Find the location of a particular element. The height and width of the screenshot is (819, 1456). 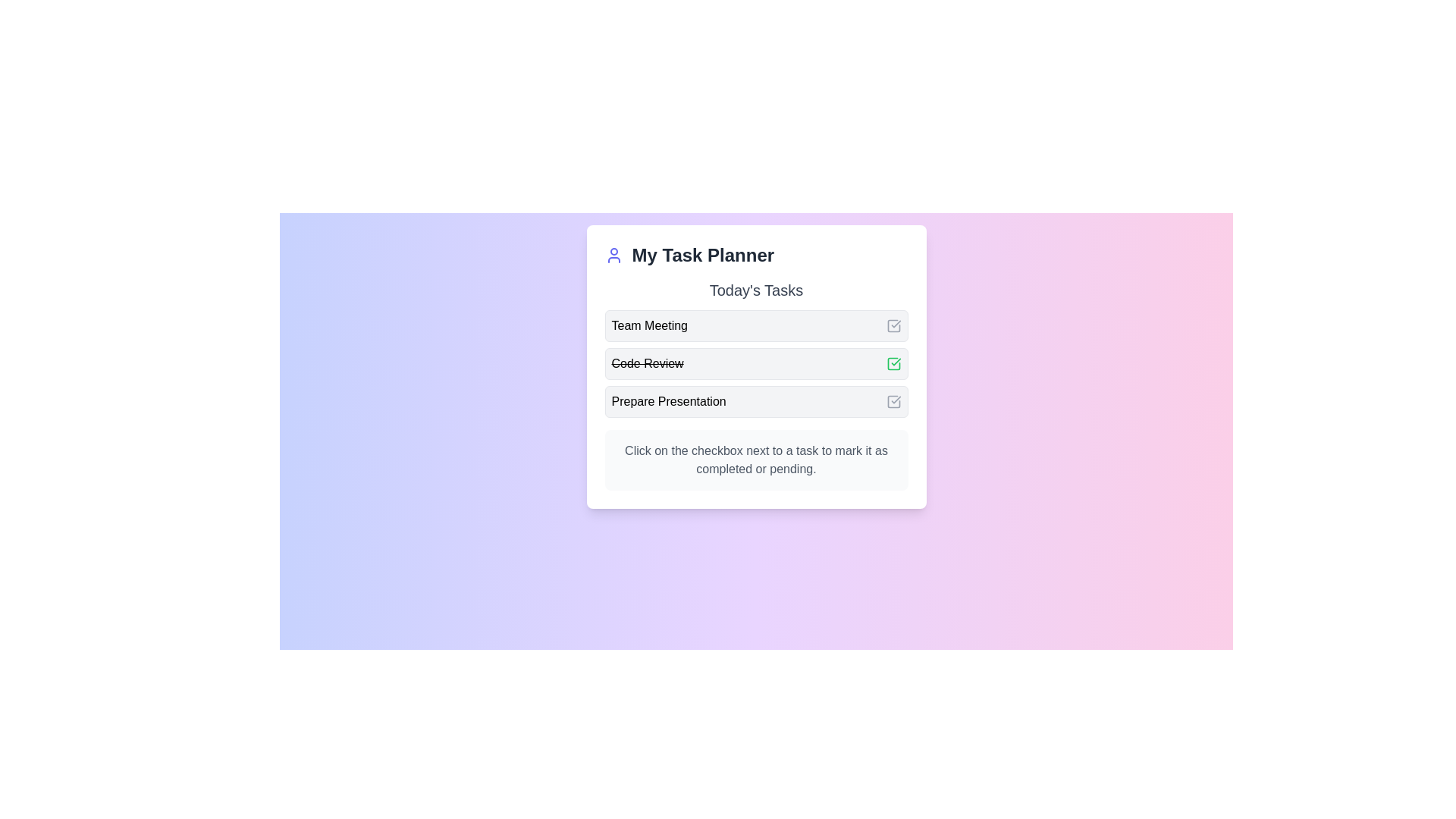

the bold text label 'My Task Planner' that serves as a title in the header of the card-like UI section, located next to the user icon is located at coordinates (702, 254).